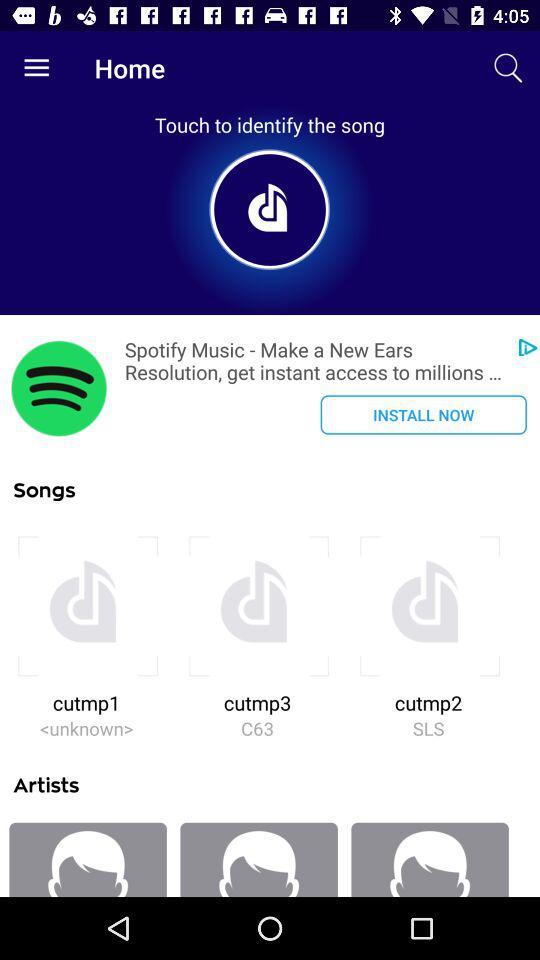  I want to click on spotify music make icon, so click(315, 360).